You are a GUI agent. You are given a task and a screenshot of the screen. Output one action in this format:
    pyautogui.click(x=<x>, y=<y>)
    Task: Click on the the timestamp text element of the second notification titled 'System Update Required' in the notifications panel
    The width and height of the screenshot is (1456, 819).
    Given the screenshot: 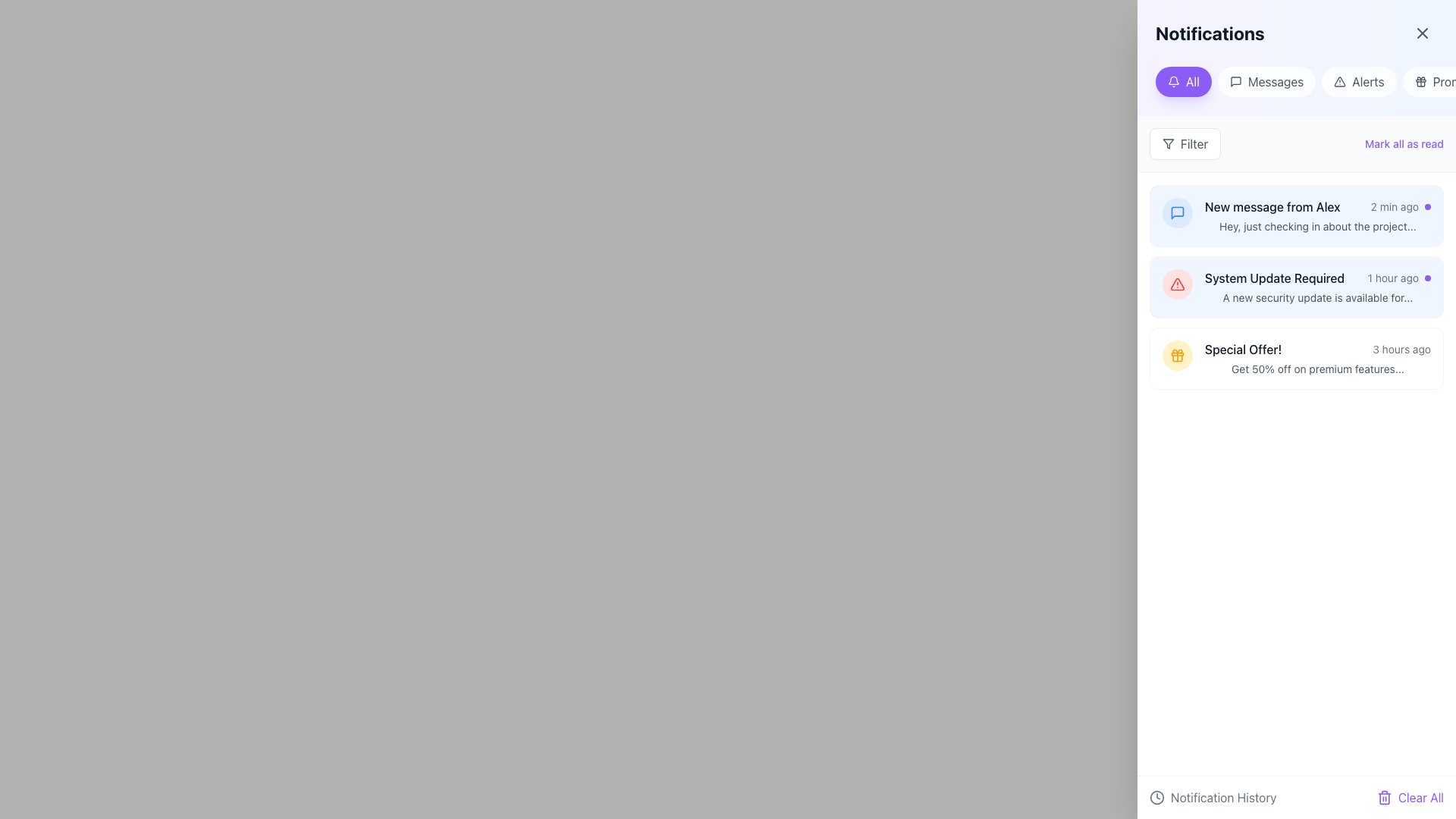 What is the action you would take?
    pyautogui.click(x=1393, y=278)
    